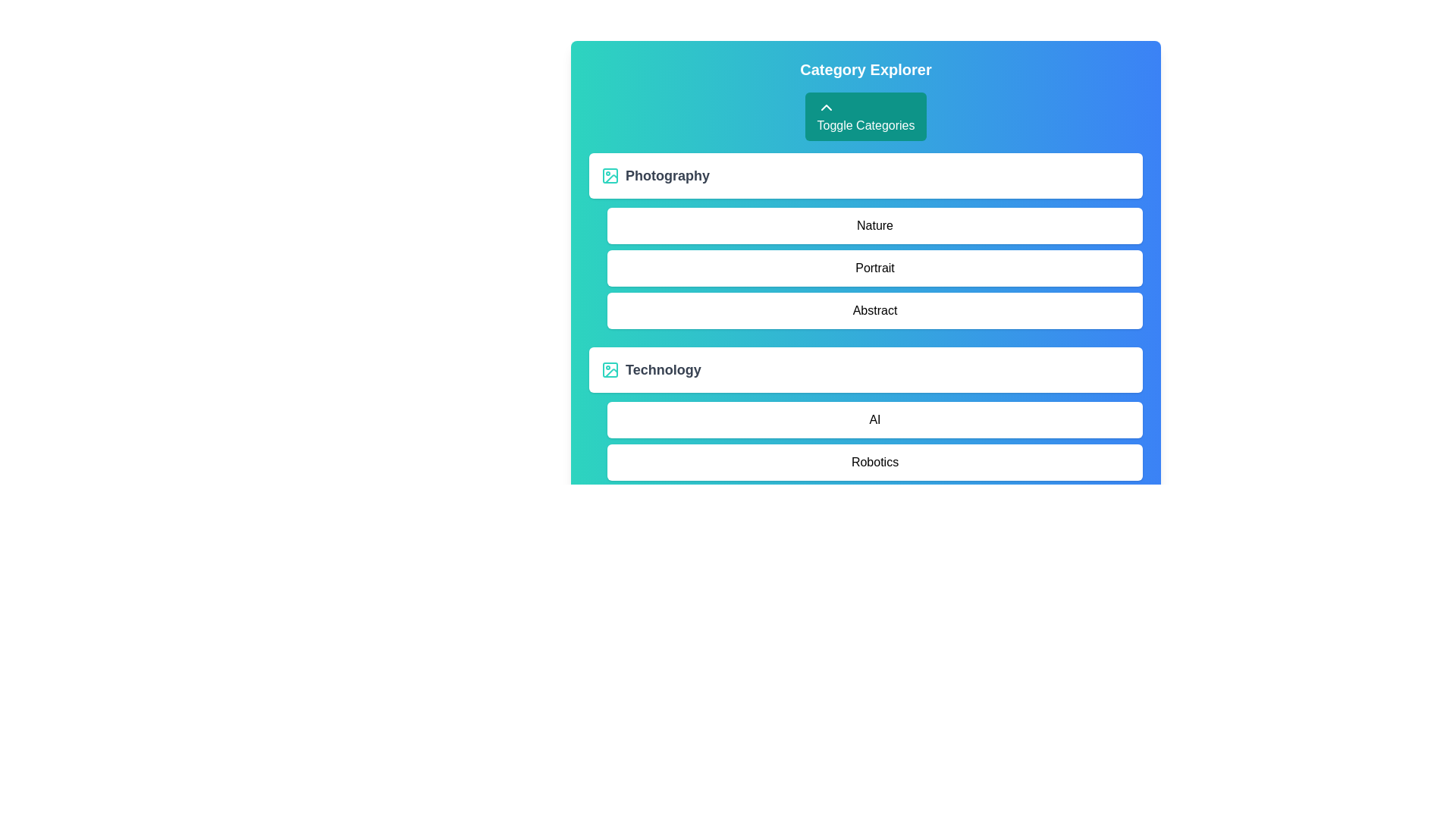 The image size is (1456, 819). Describe the element at coordinates (874, 225) in the screenshot. I see `the item Nature from the category Photography` at that location.